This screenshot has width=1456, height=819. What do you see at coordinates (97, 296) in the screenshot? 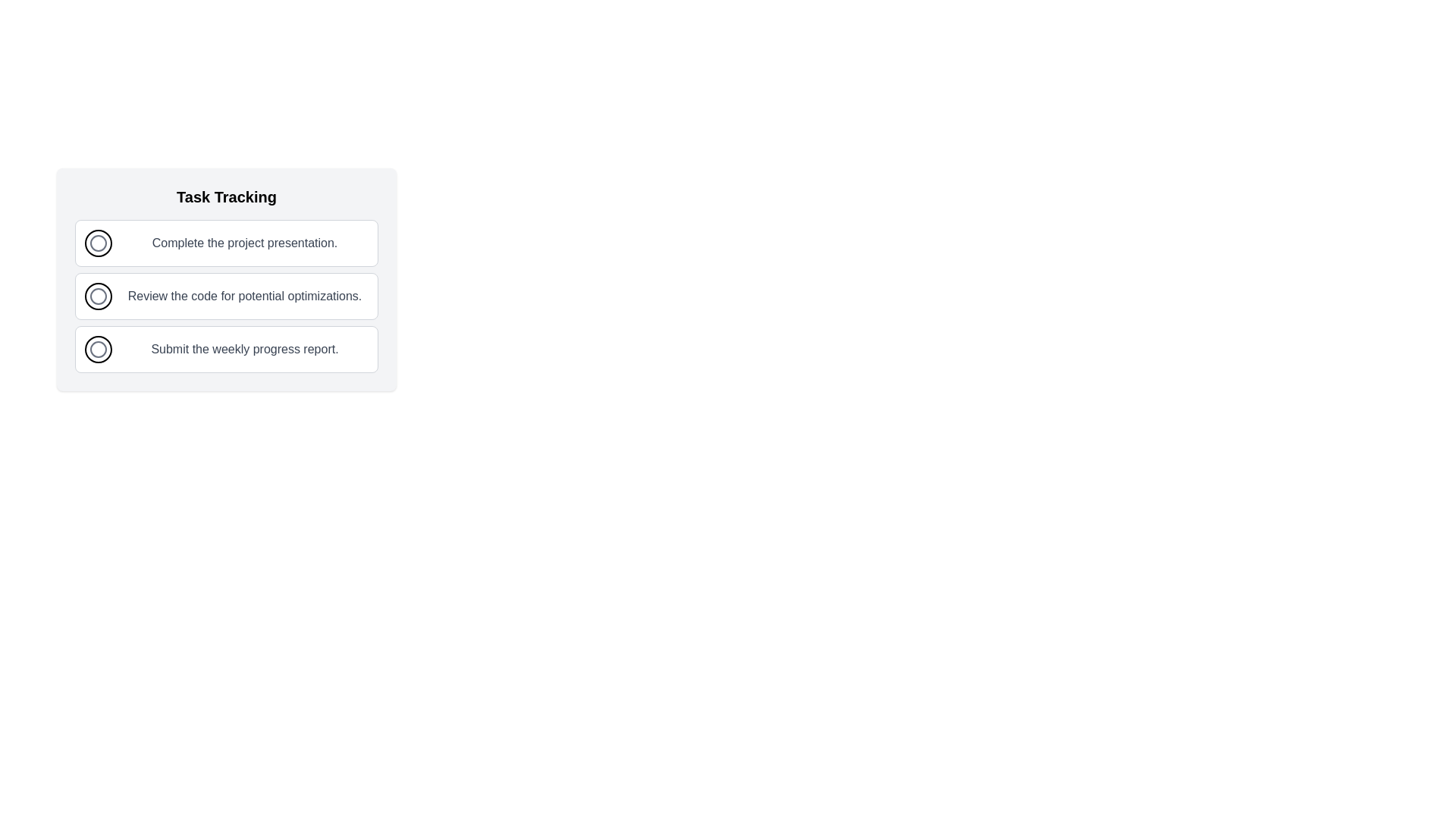
I see `the radio button located to the left of the text 'Review the code for potential optimizations.'` at bounding box center [97, 296].